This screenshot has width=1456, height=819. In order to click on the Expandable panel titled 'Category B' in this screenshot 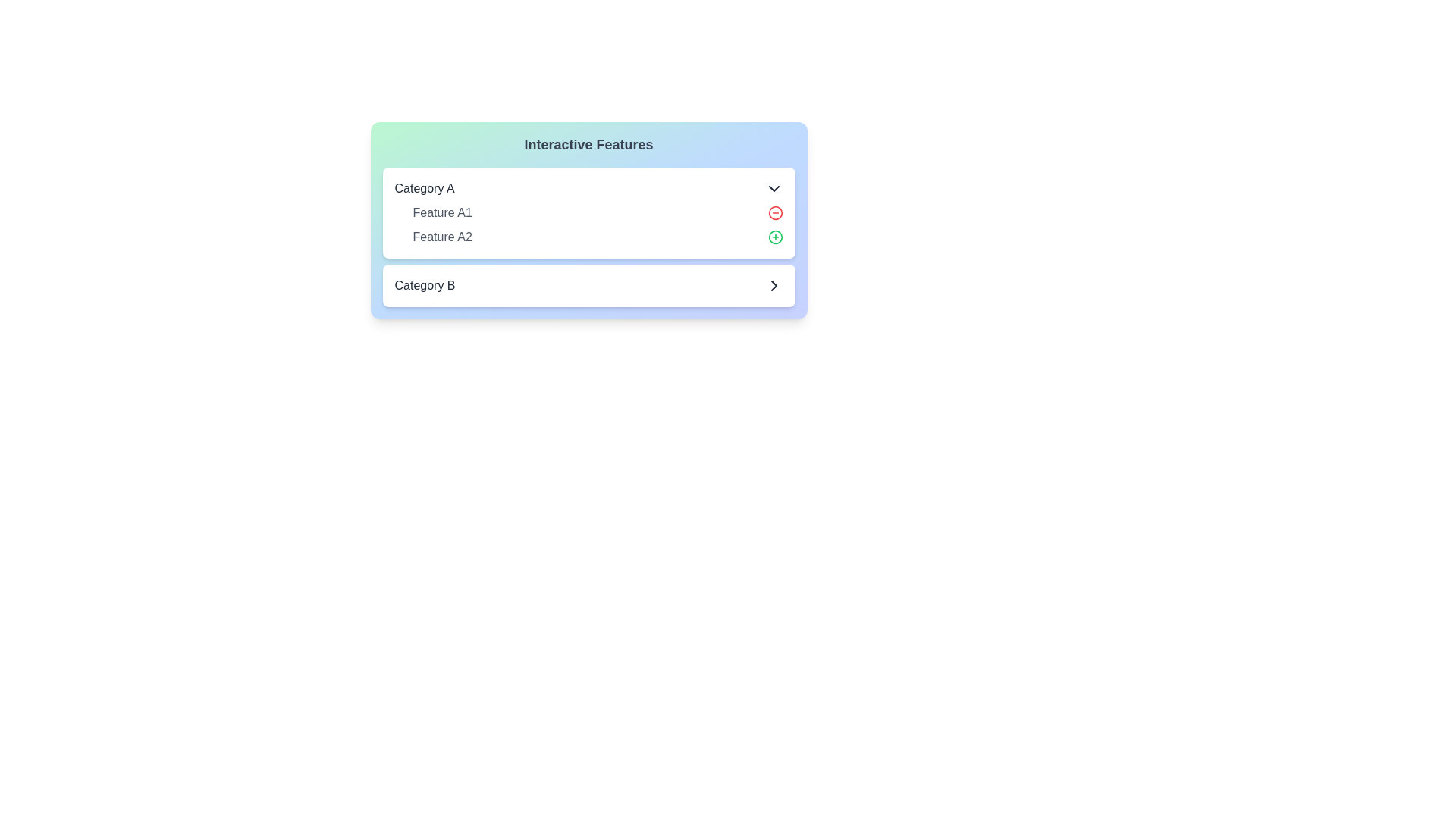, I will do `click(588, 286)`.